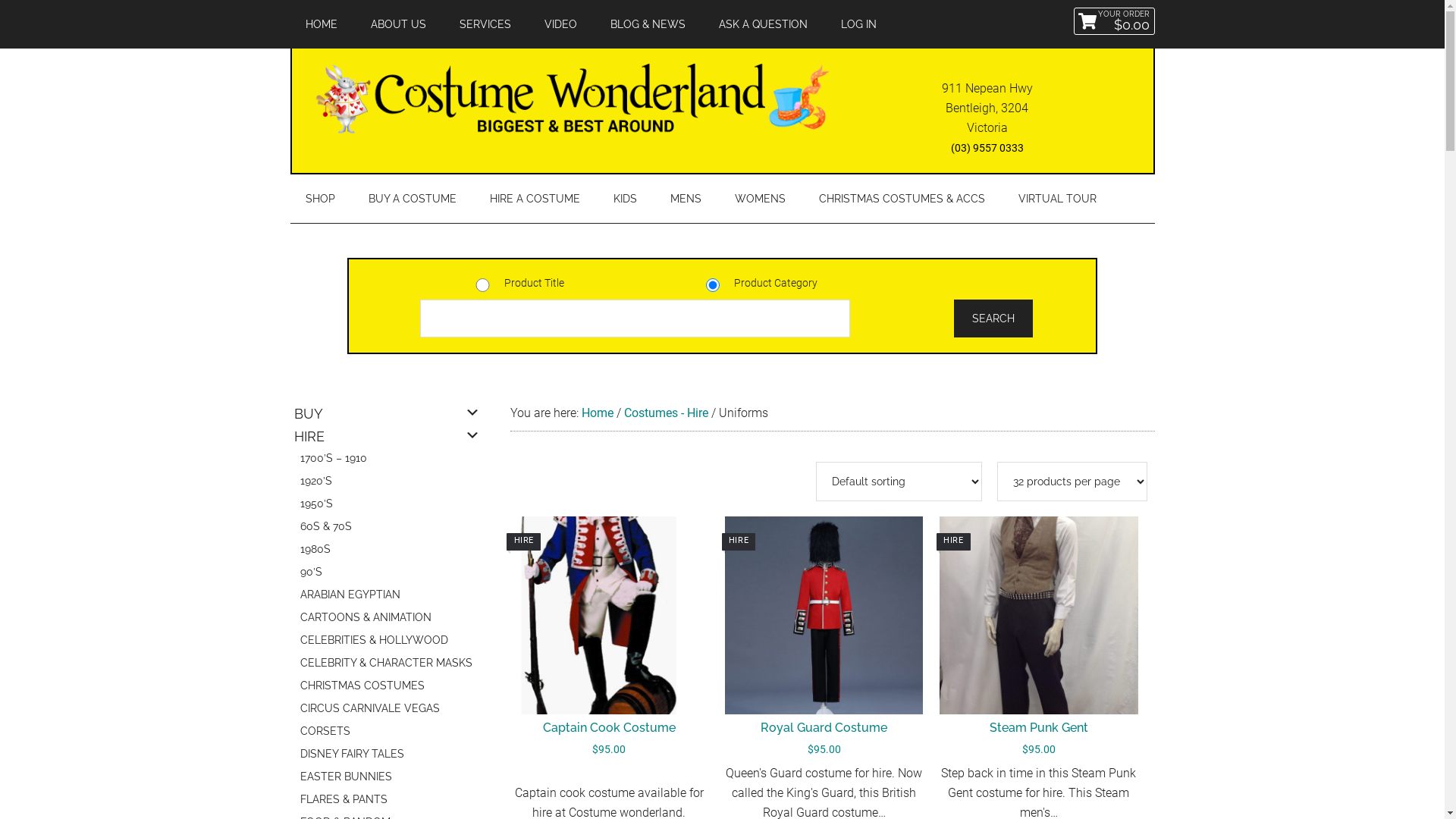 Image resolution: width=1456 pixels, height=819 pixels. What do you see at coordinates (386, 620) in the screenshot?
I see `'CARTOONS & ANIMATION'` at bounding box center [386, 620].